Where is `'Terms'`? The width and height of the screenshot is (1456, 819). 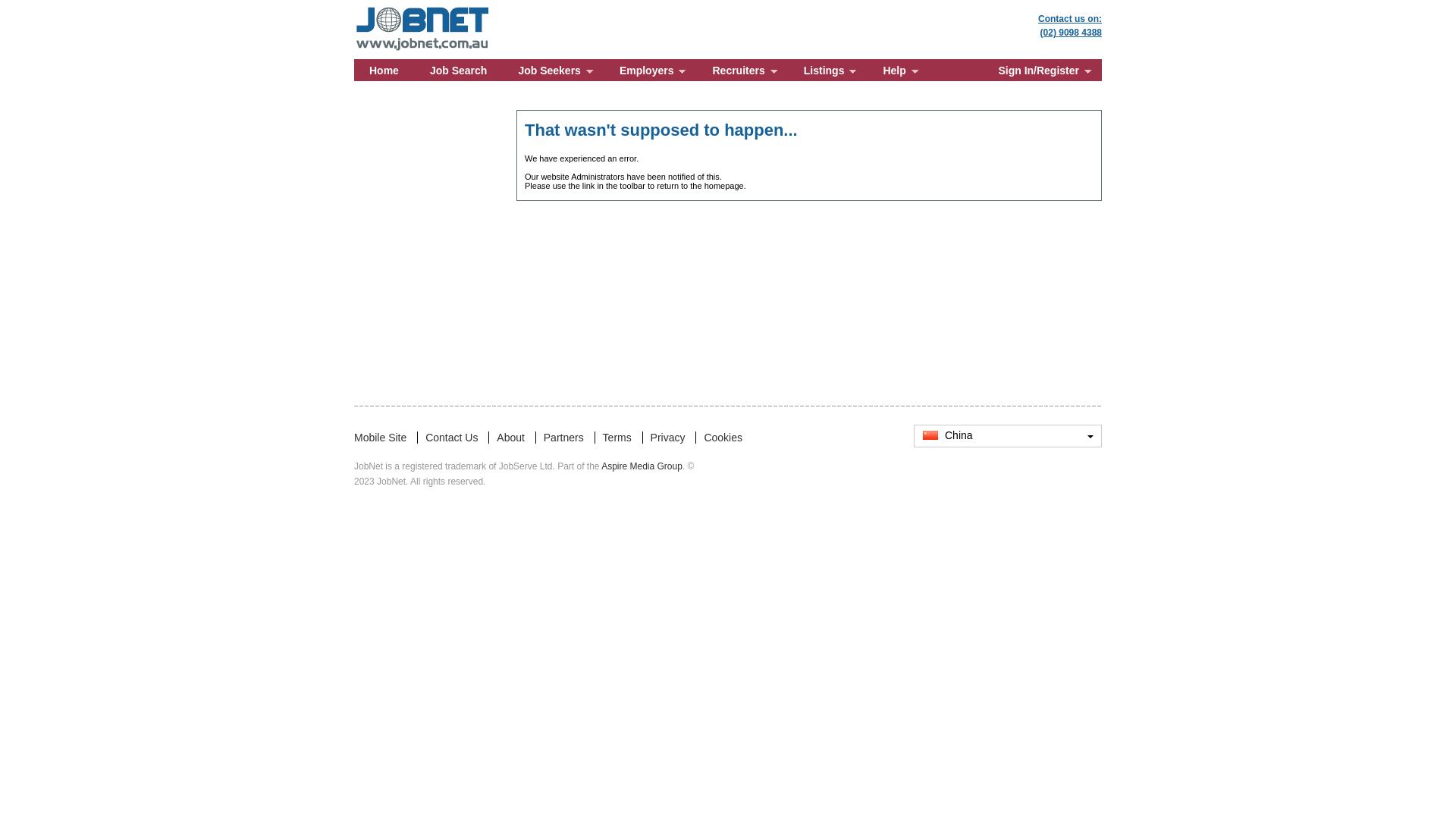 'Terms' is located at coordinates (617, 438).